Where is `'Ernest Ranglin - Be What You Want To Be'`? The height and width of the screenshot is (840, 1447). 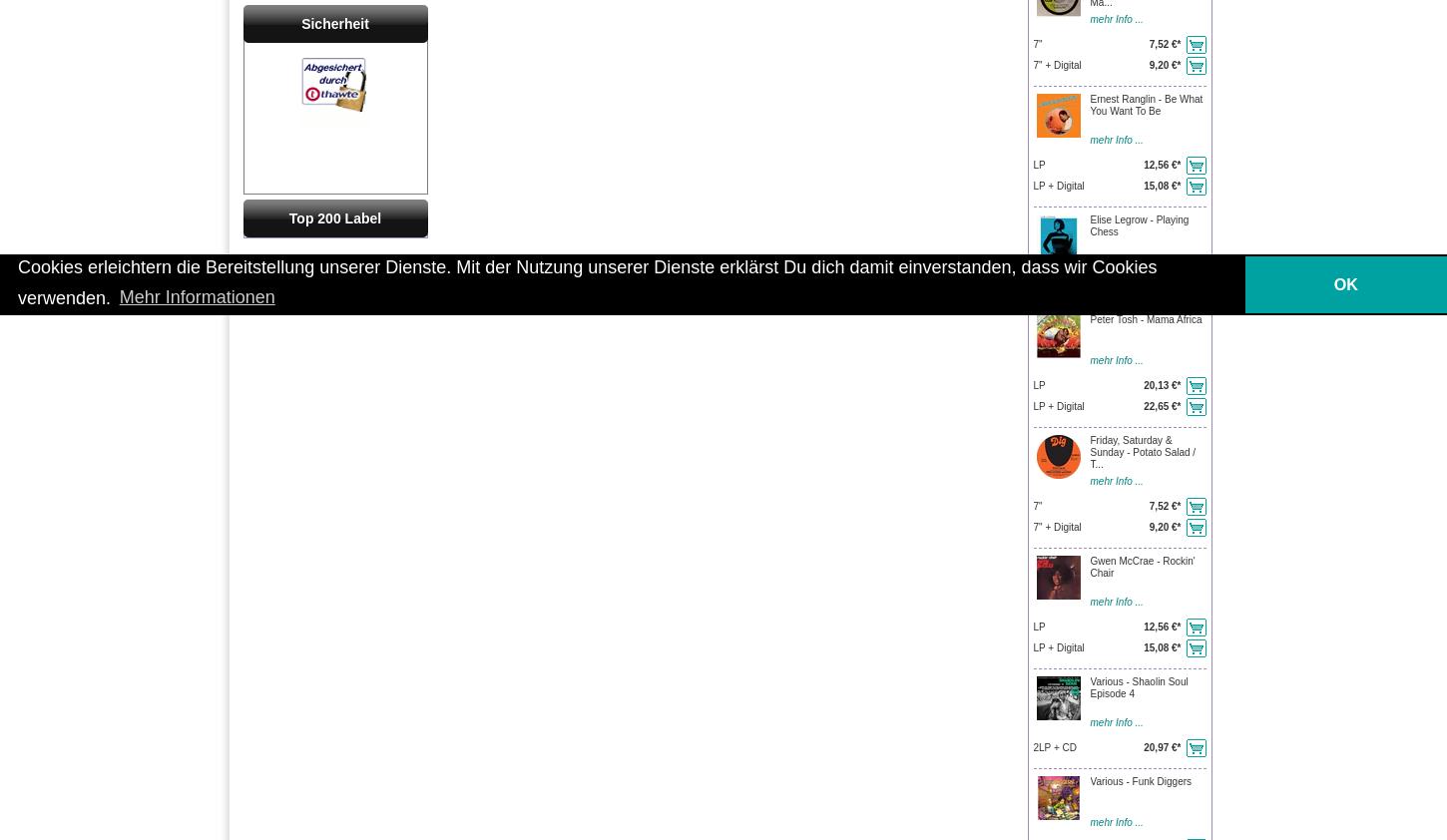 'Ernest Ranglin - Be What You Want To Be' is located at coordinates (1145, 104).